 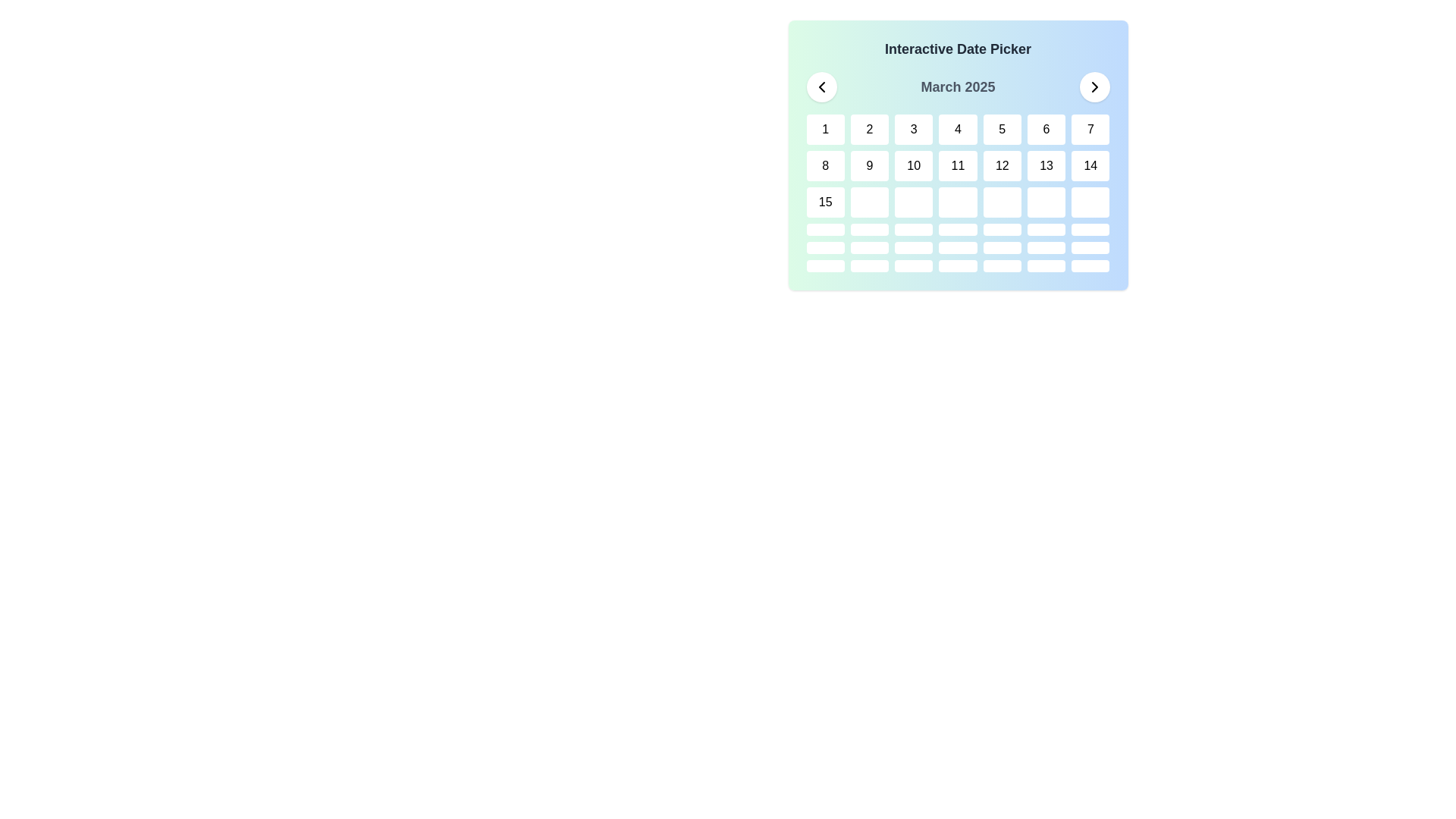 I want to click on the button in the sixth column of the fifth row of the calendar grid, so click(x=870, y=247).